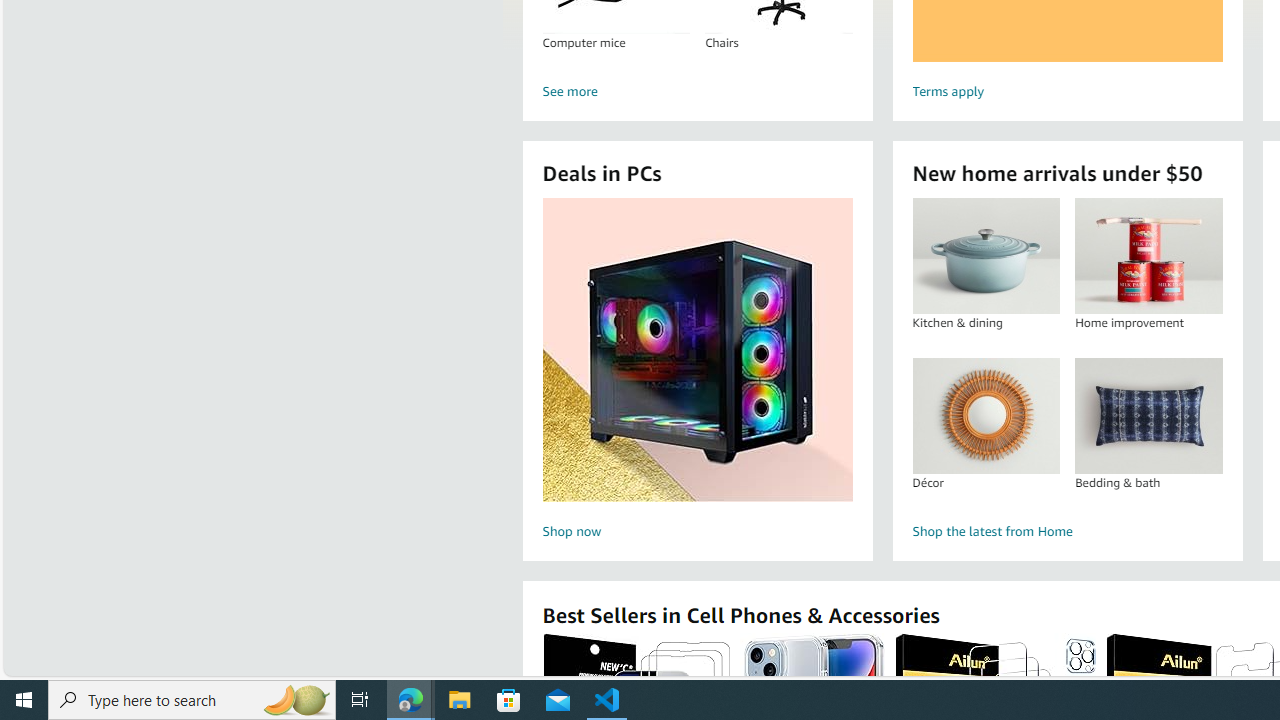 Image resolution: width=1280 pixels, height=720 pixels. What do you see at coordinates (986, 255) in the screenshot?
I see `'Kitchen & dining'` at bounding box center [986, 255].